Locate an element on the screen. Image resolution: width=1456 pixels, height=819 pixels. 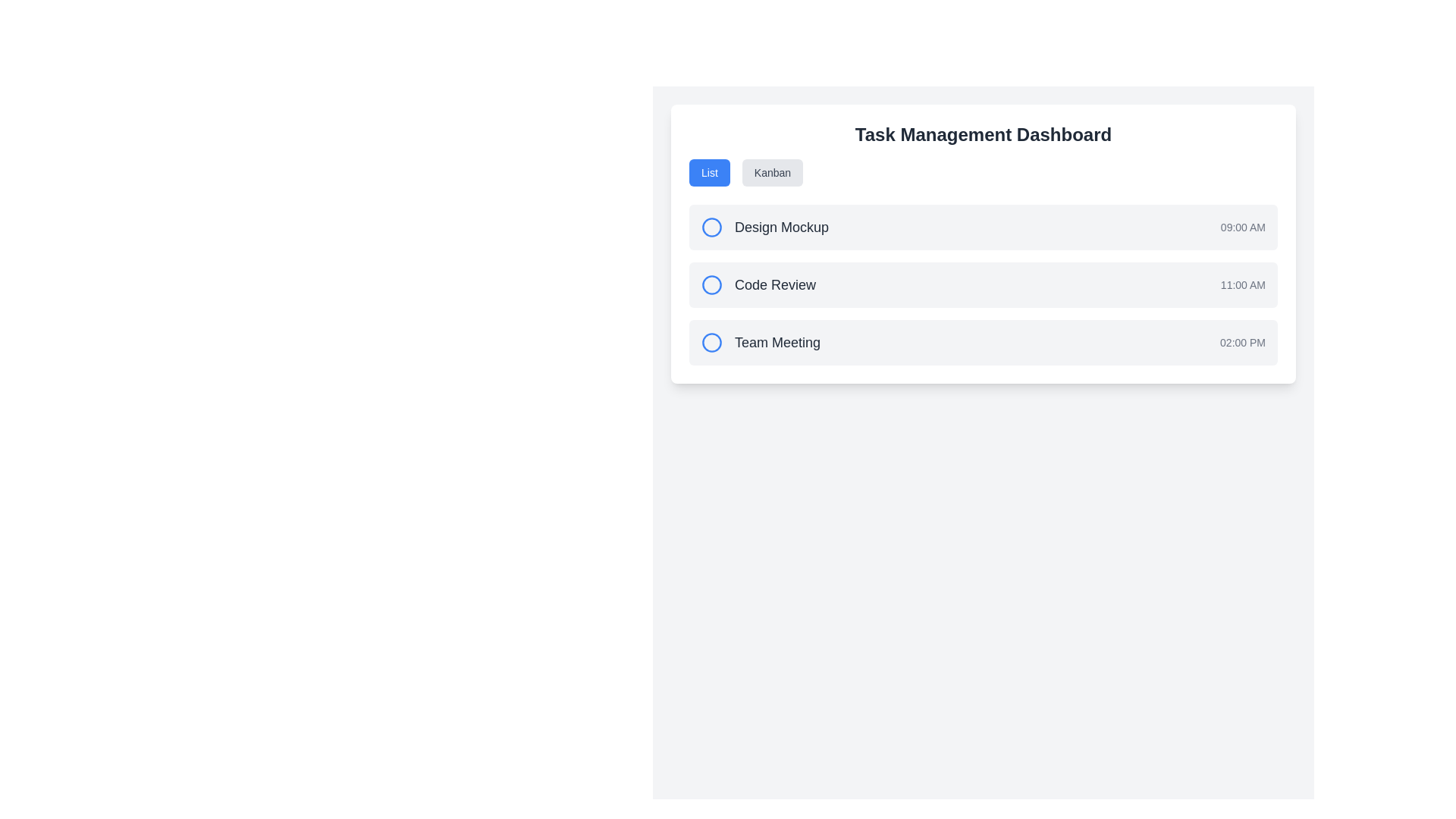
the Text Label indicating the title of the 'Team Meeting' in the scheduled events list is located at coordinates (761, 342).